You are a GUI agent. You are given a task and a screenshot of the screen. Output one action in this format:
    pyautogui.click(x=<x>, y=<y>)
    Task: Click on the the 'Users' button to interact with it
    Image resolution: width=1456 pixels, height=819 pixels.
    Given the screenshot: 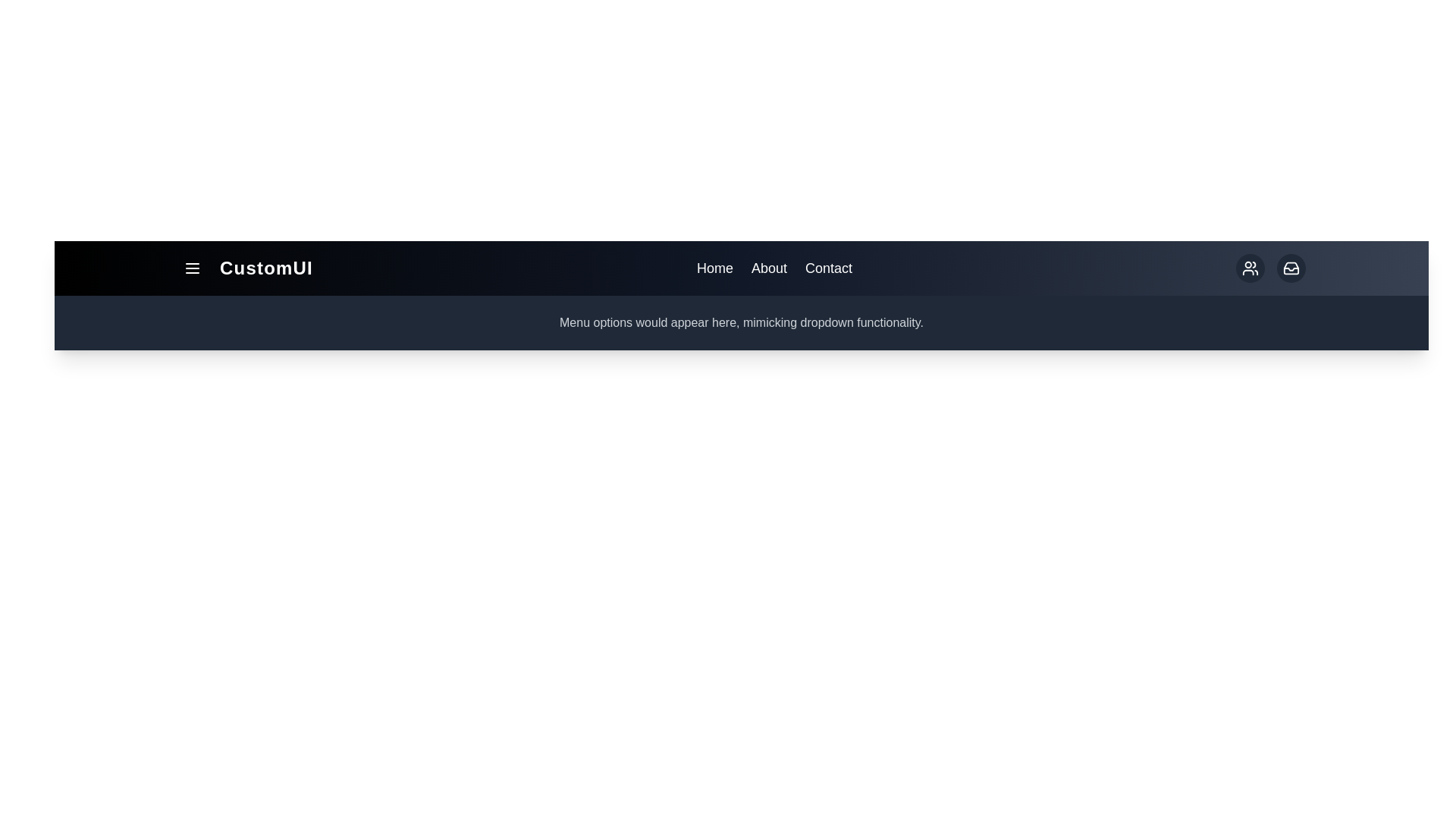 What is the action you would take?
    pyautogui.click(x=1250, y=268)
    